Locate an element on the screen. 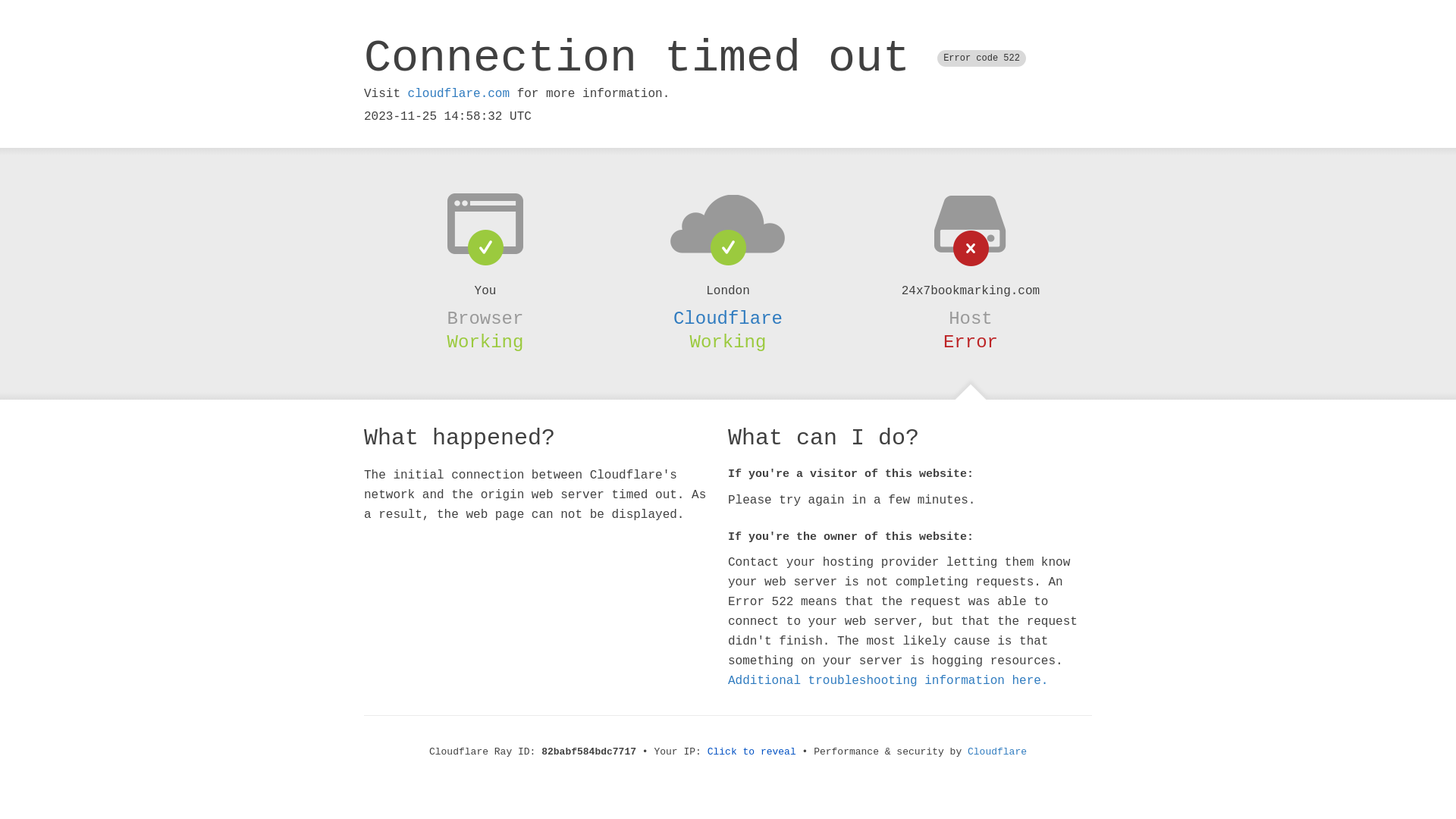 This screenshot has height=819, width=1456. 'Cloudflare' is located at coordinates (728, 318).